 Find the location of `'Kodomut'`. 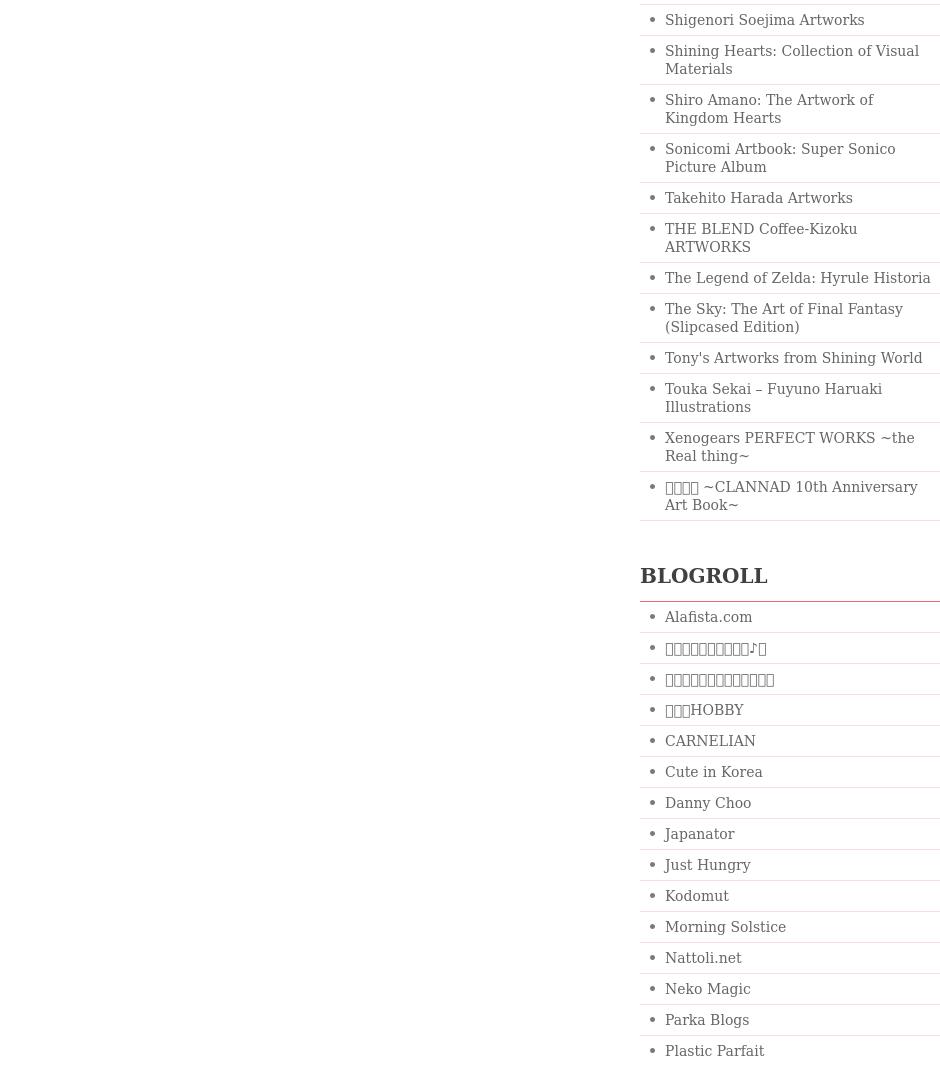

'Kodomut' is located at coordinates (695, 895).